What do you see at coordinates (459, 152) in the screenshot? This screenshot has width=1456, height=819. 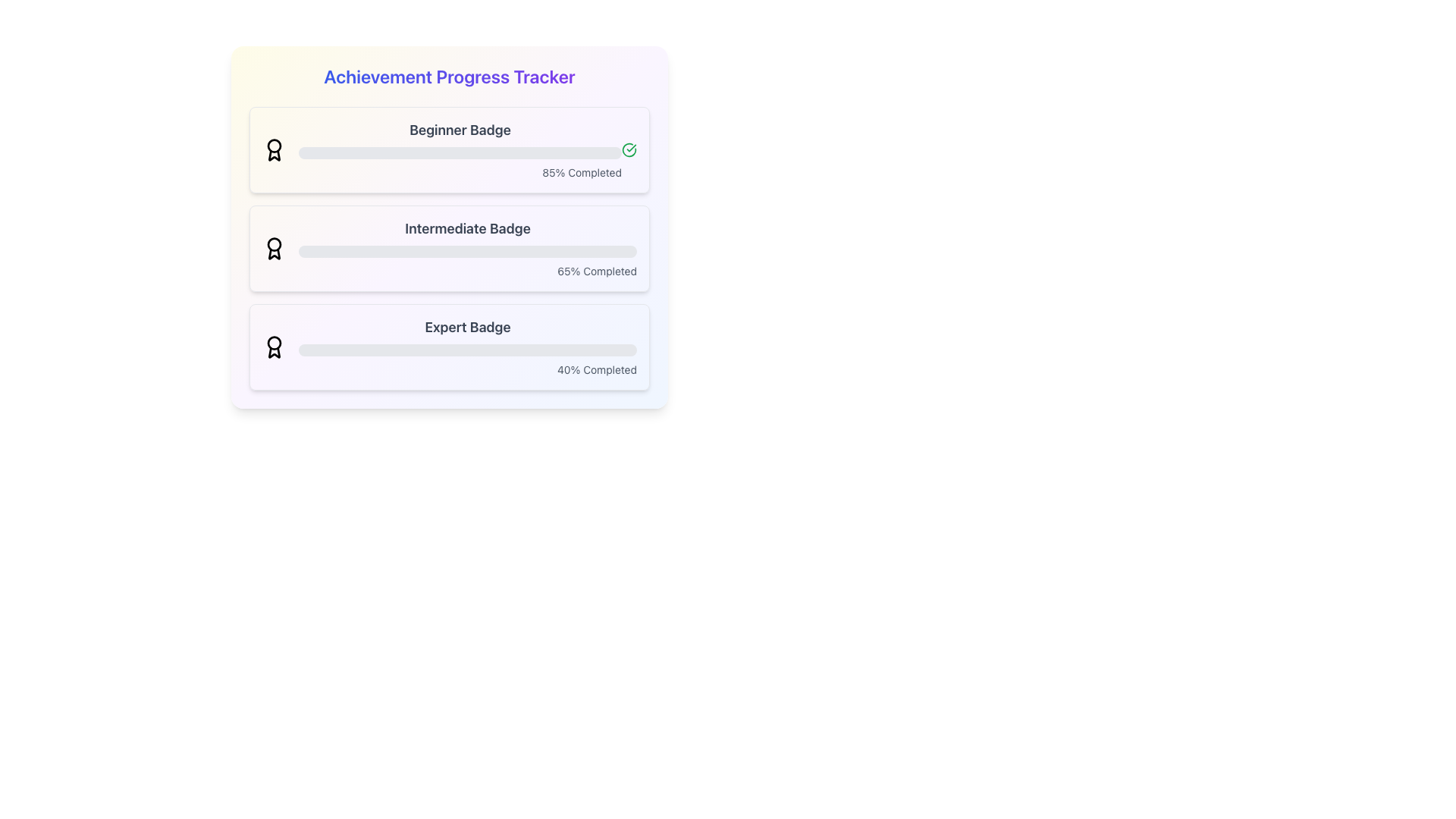 I see `progress bar indicating 85% completion, which is located in the Beginner Badge section above the text '85% Completed'` at bounding box center [459, 152].